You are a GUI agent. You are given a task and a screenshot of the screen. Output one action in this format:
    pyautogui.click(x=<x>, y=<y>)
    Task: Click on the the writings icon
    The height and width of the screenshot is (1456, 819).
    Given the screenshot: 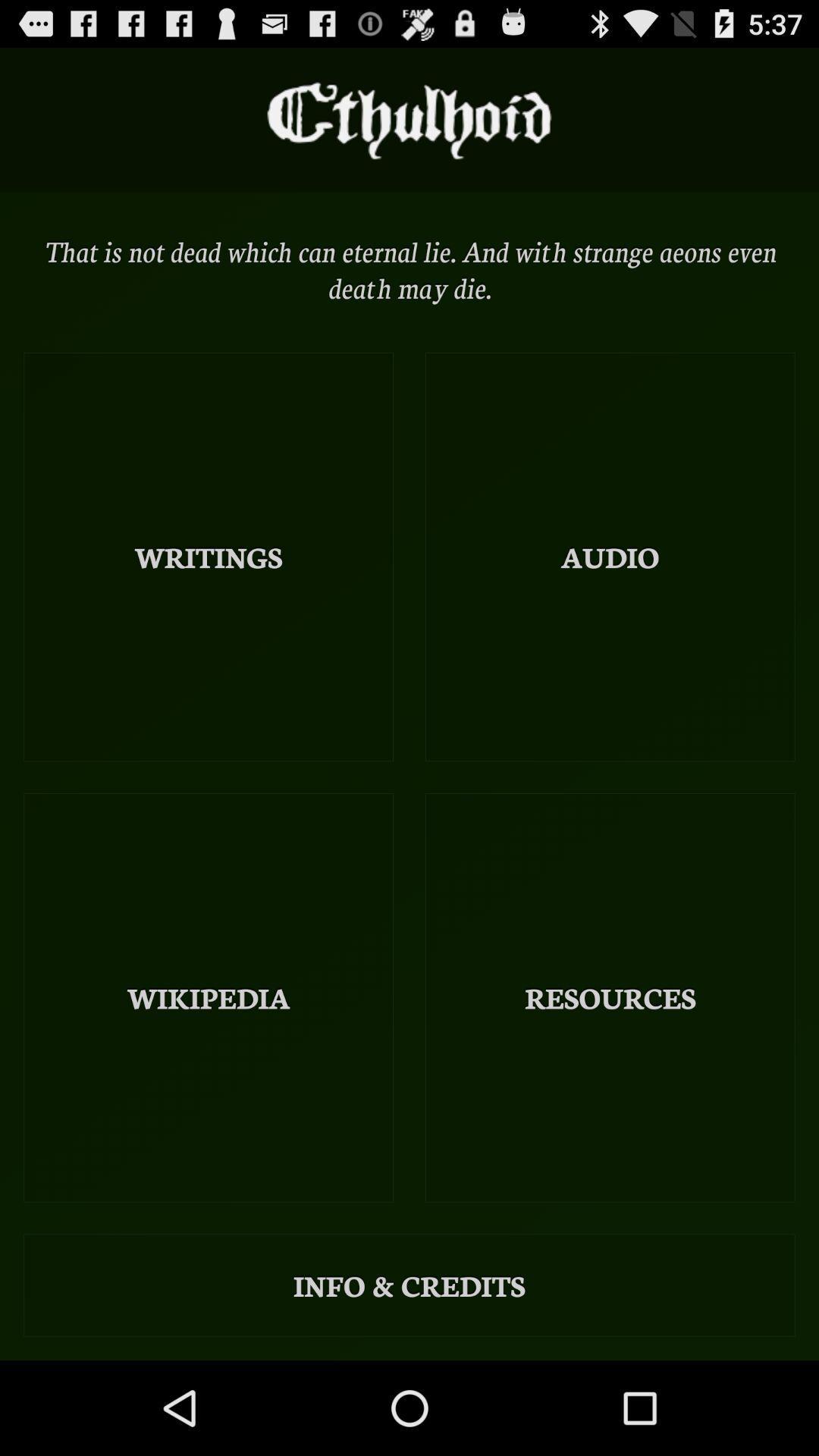 What is the action you would take?
    pyautogui.click(x=209, y=556)
    